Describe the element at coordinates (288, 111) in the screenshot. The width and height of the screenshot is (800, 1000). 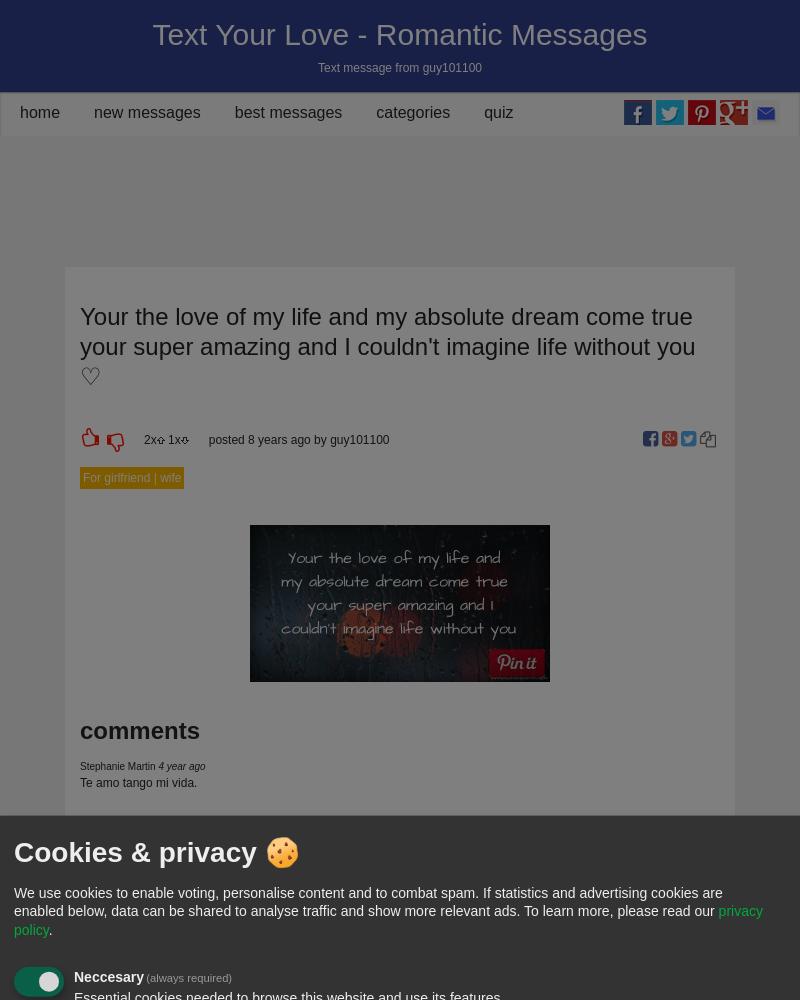
I see `'best messages'` at that location.